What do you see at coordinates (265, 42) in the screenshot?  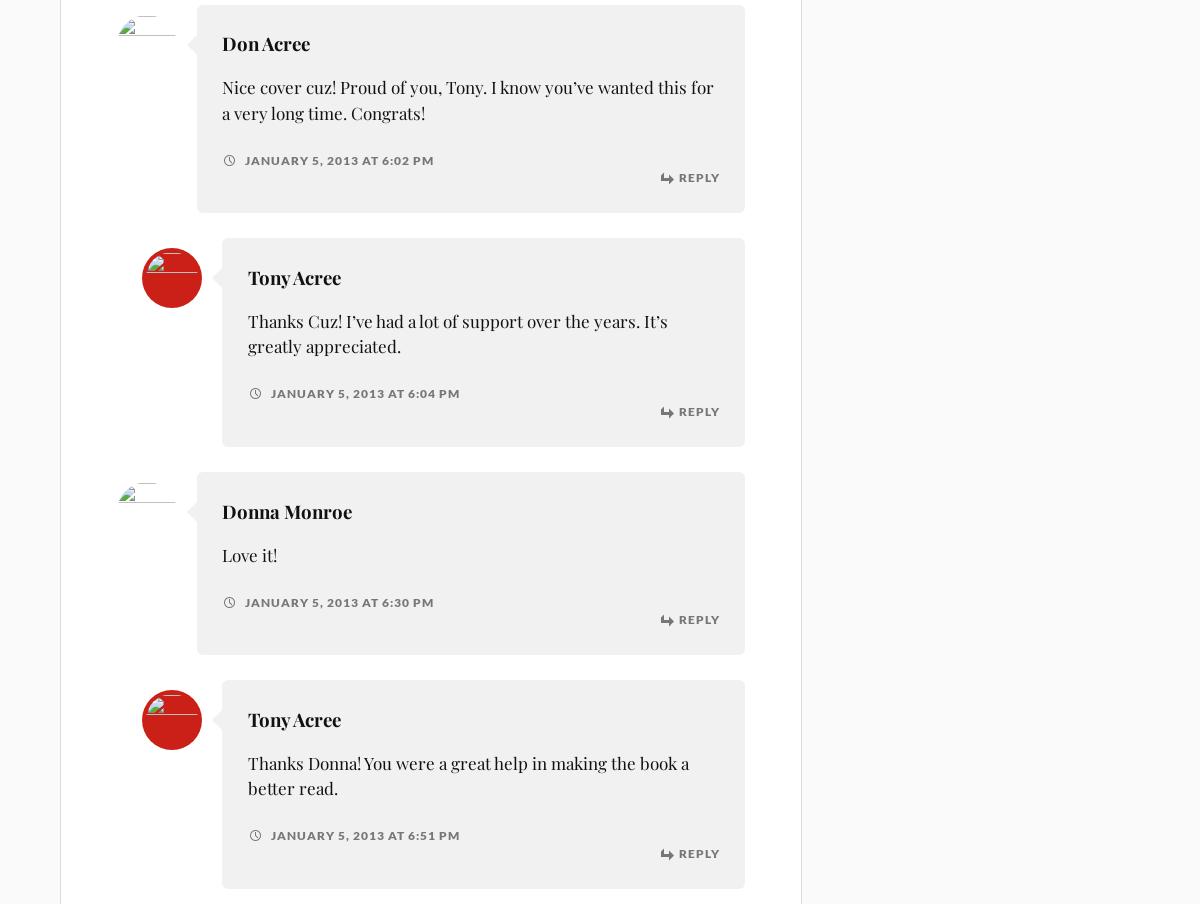 I see `'Don Acree'` at bounding box center [265, 42].